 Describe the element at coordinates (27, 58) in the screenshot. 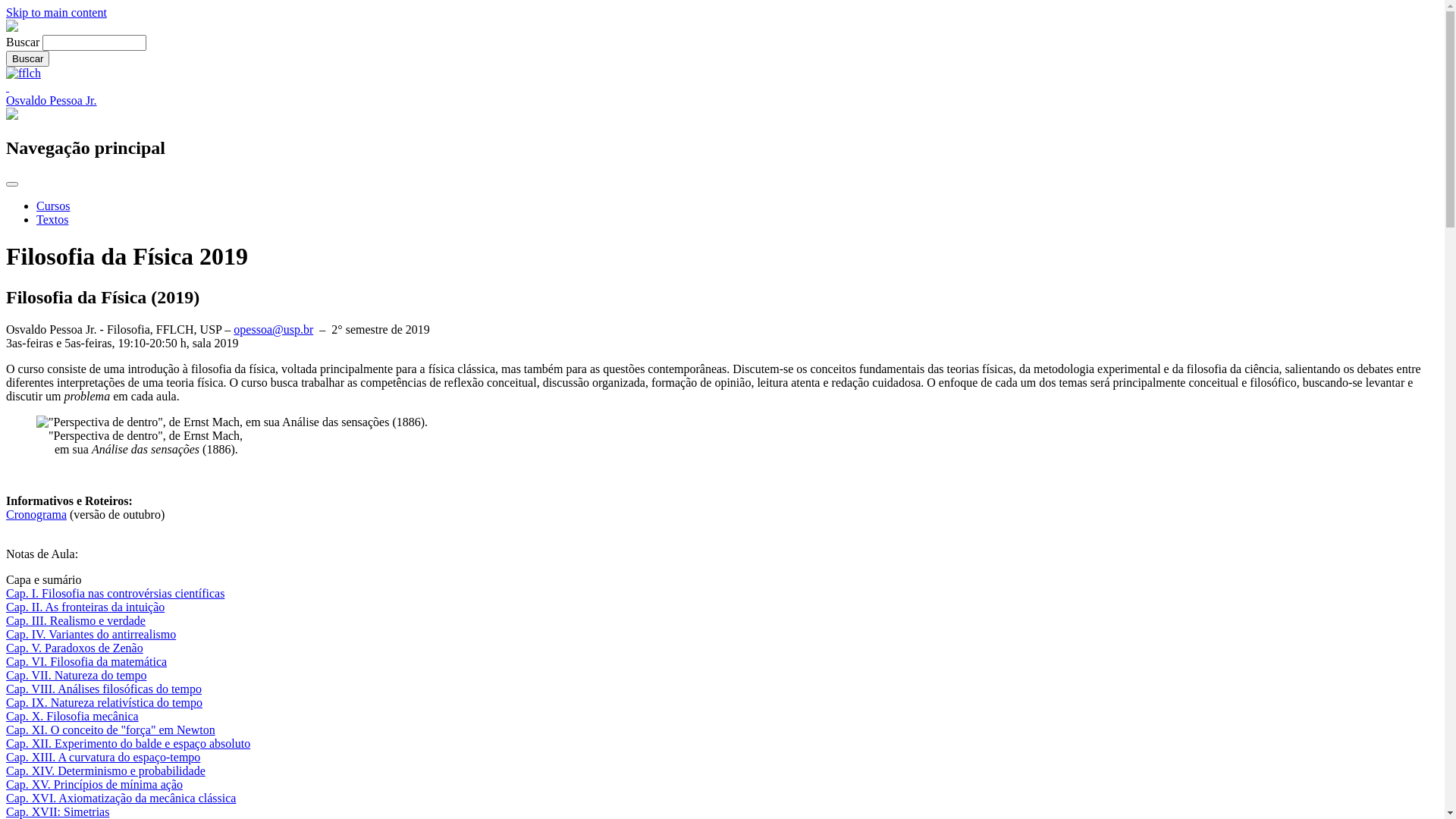

I see `'Buscar'` at that location.